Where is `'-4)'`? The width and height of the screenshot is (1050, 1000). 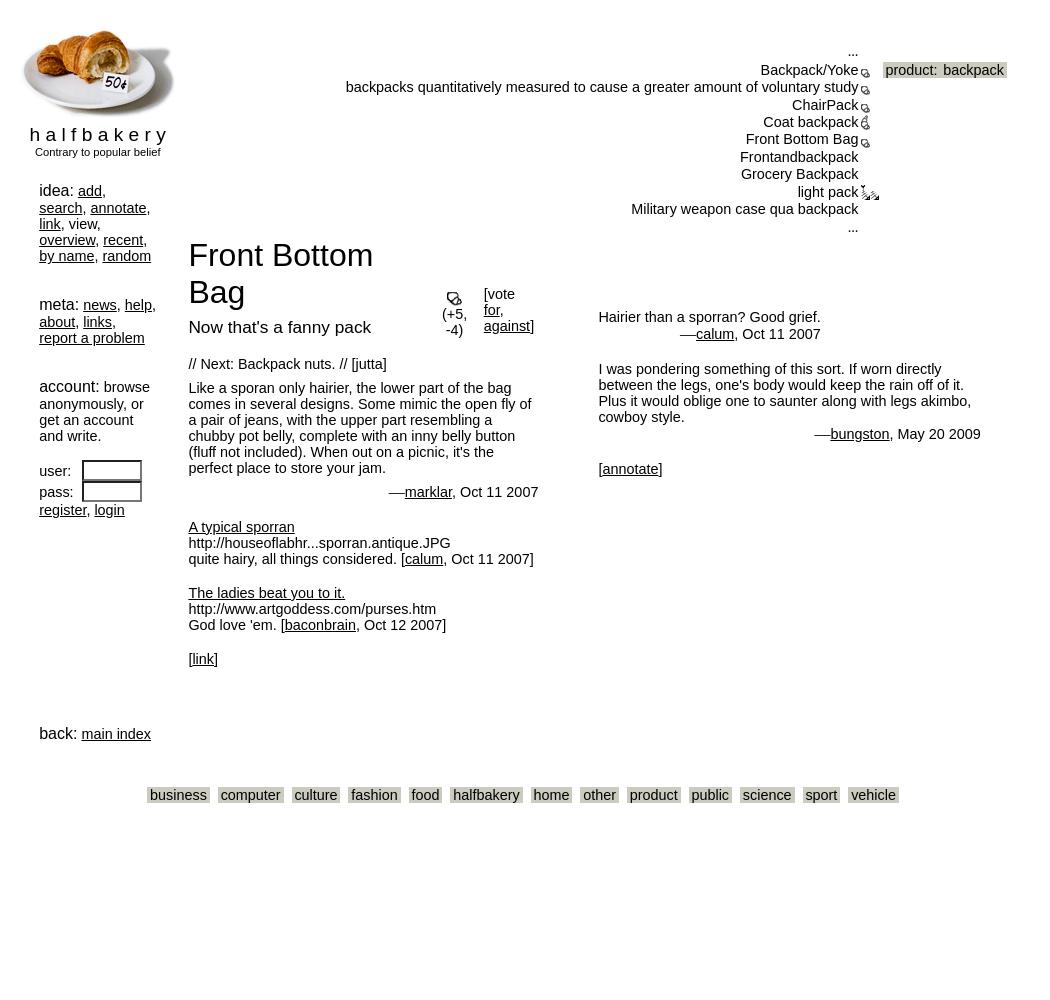 '-4)' is located at coordinates (454, 329).